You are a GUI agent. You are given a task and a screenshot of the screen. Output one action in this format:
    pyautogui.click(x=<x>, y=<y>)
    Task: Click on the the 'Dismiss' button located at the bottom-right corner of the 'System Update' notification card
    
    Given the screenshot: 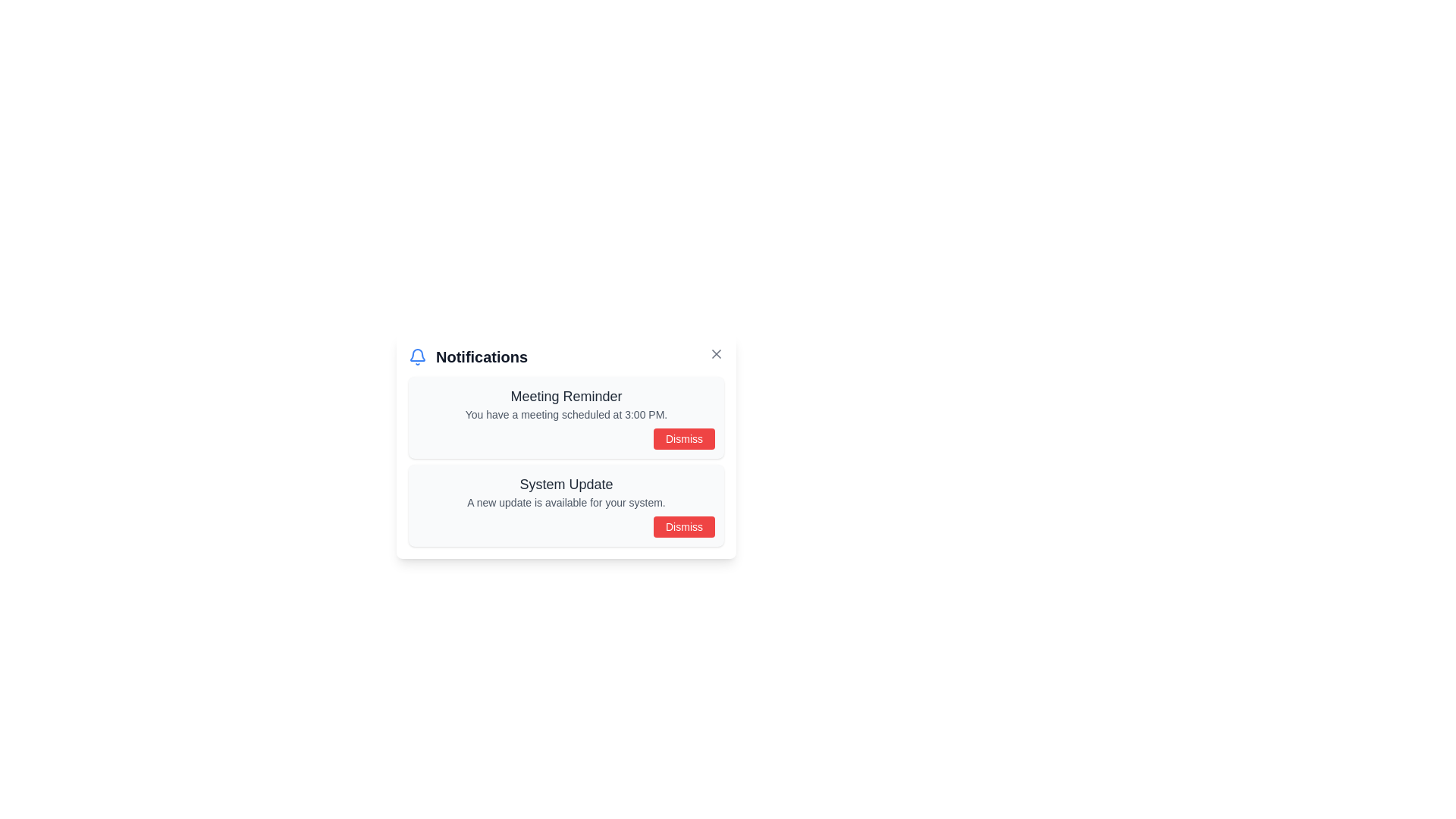 What is the action you would take?
    pyautogui.click(x=566, y=526)
    